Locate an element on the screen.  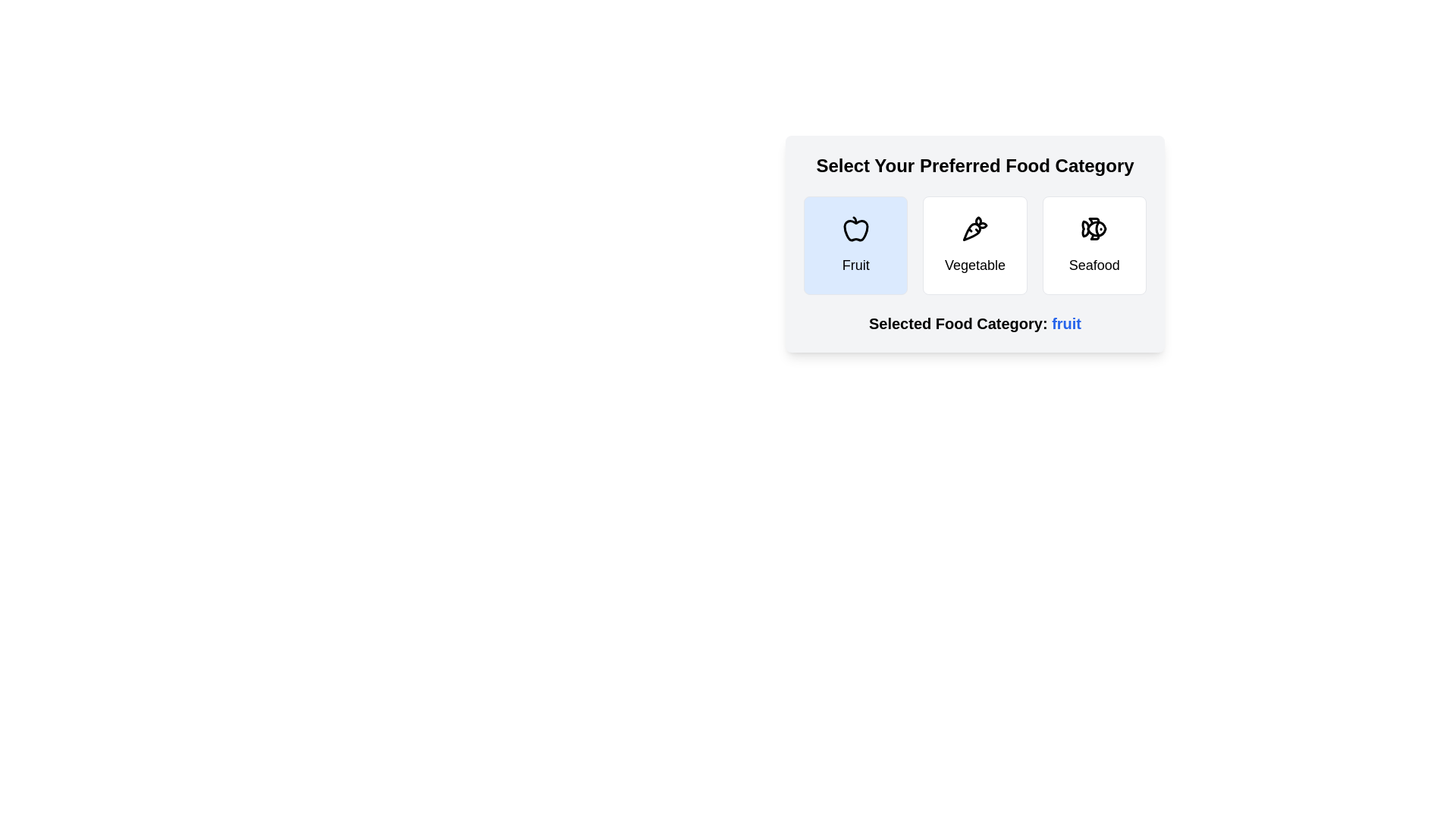
the graphical icon representing the 'Fruit' option in the selection menu, which is located in the leftmost button of a horizontal set of three options is located at coordinates (855, 231).